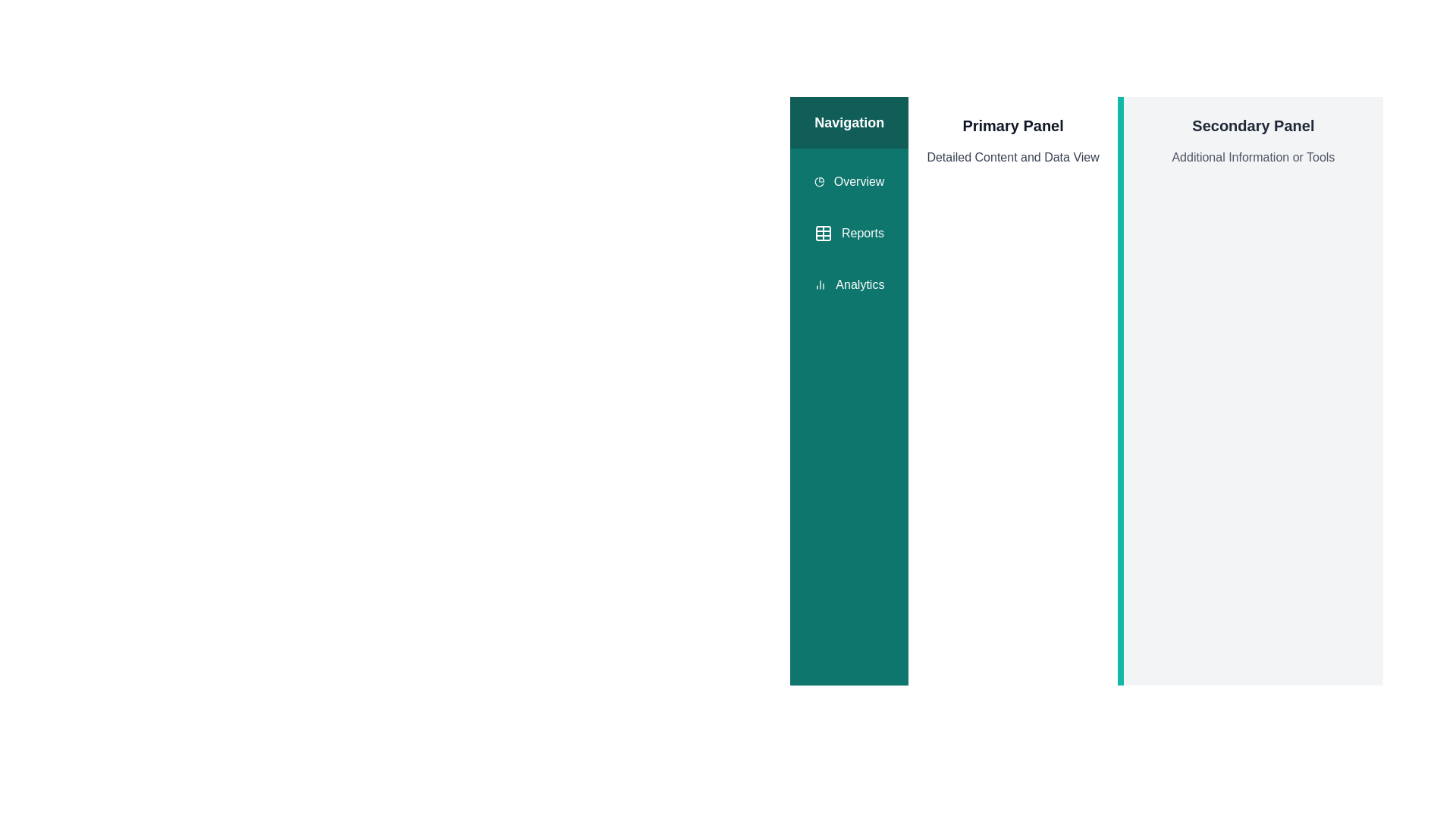 This screenshot has width=1456, height=819. I want to click on the 'Overview' icon, which is the leftmost icon in the navigation menu on the left-hand side, so click(818, 180).